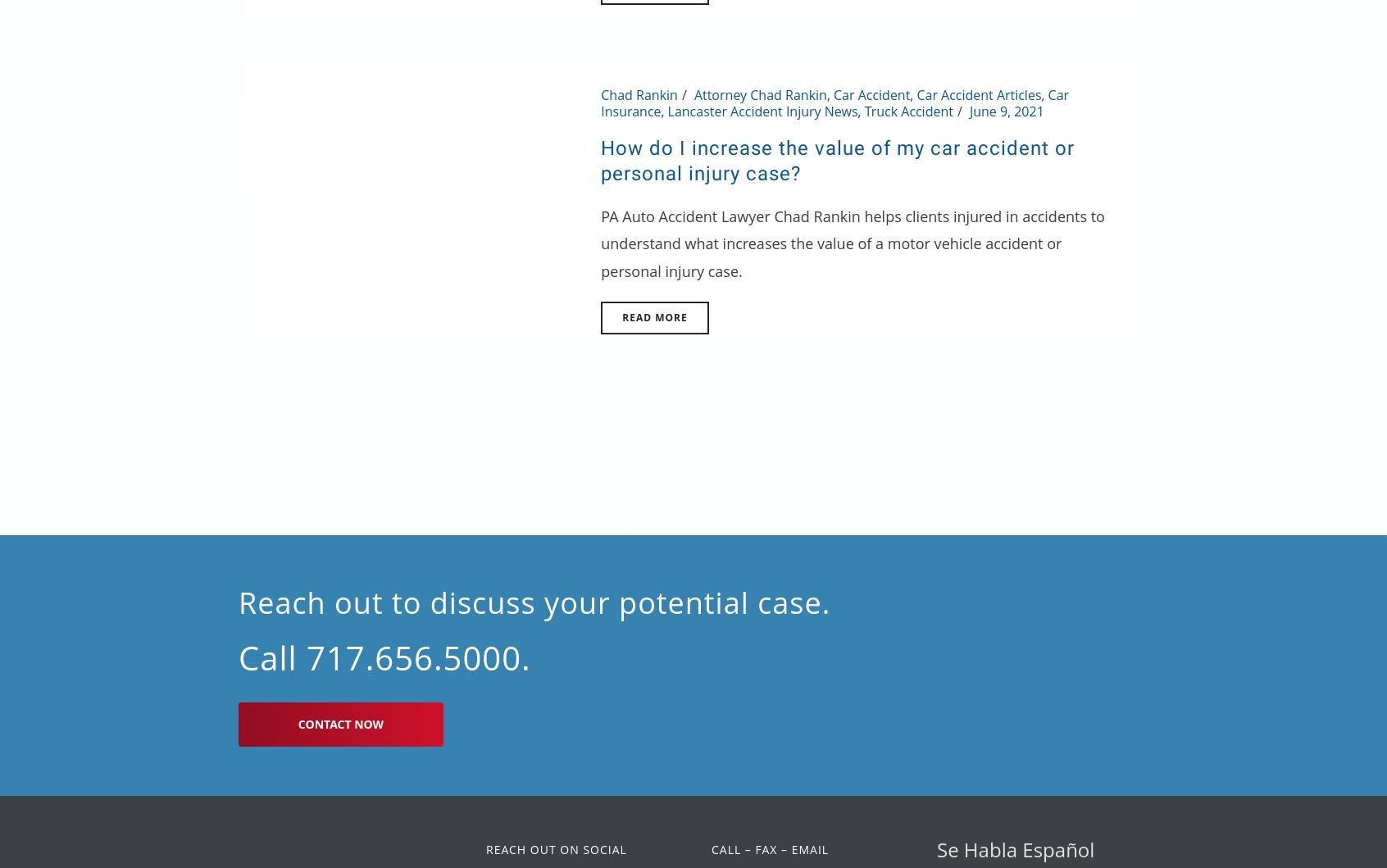 Image resolution: width=1387 pixels, height=868 pixels. What do you see at coordinates (935, 848) in the screenshot?
I see `'Se Habla Español'` at bounding box center [935, 848].